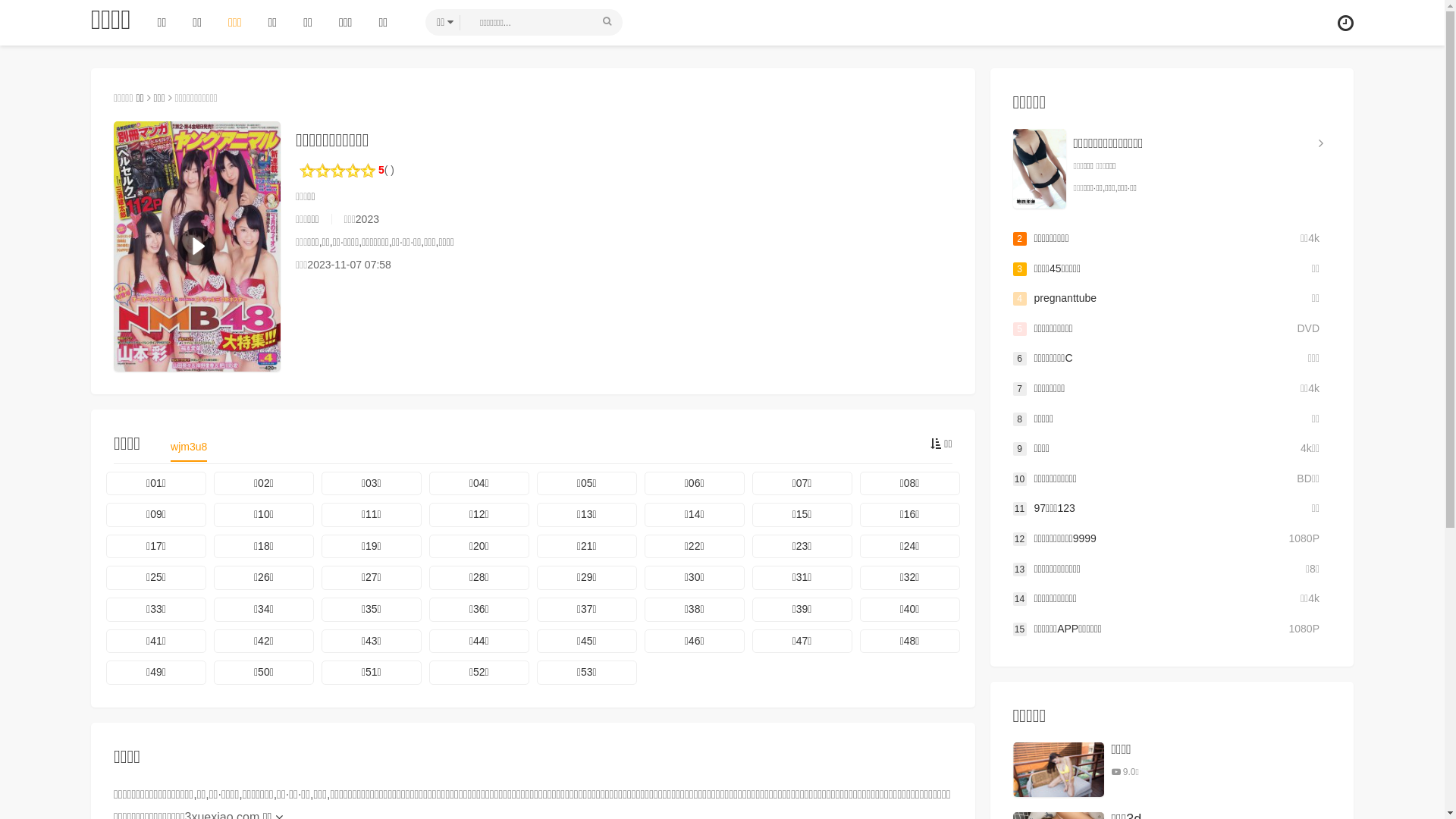 This screenshot has width=1456, height=819. Describe the element at coordinates (188, 450) in the screenshot. I see `'wjm3u8'` at that location.